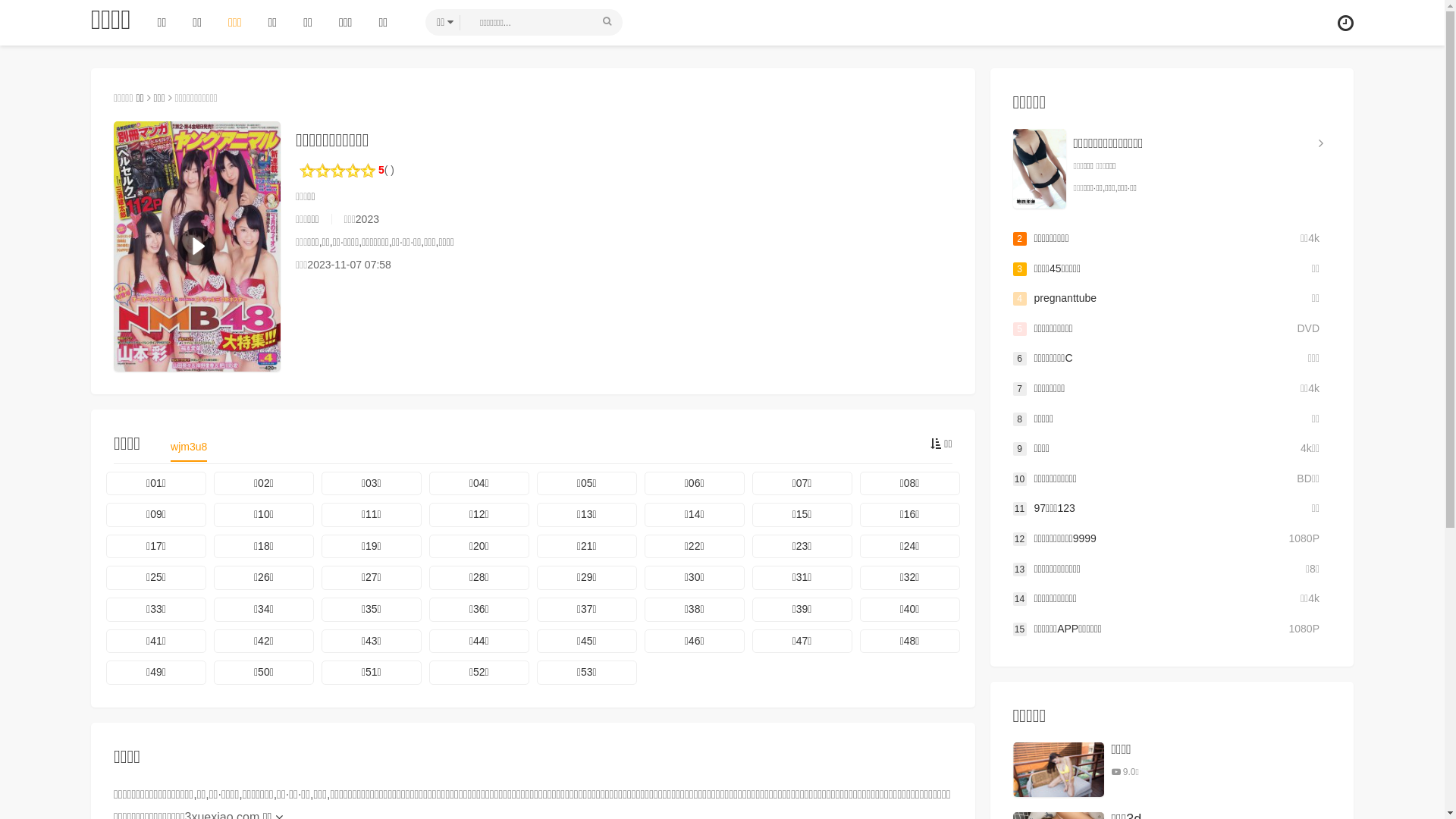 This screenshot has width=1456, height=819. Describe the element at coordinates (188, 450) in the screenshot. I see `'wjm3u8'` at that location.